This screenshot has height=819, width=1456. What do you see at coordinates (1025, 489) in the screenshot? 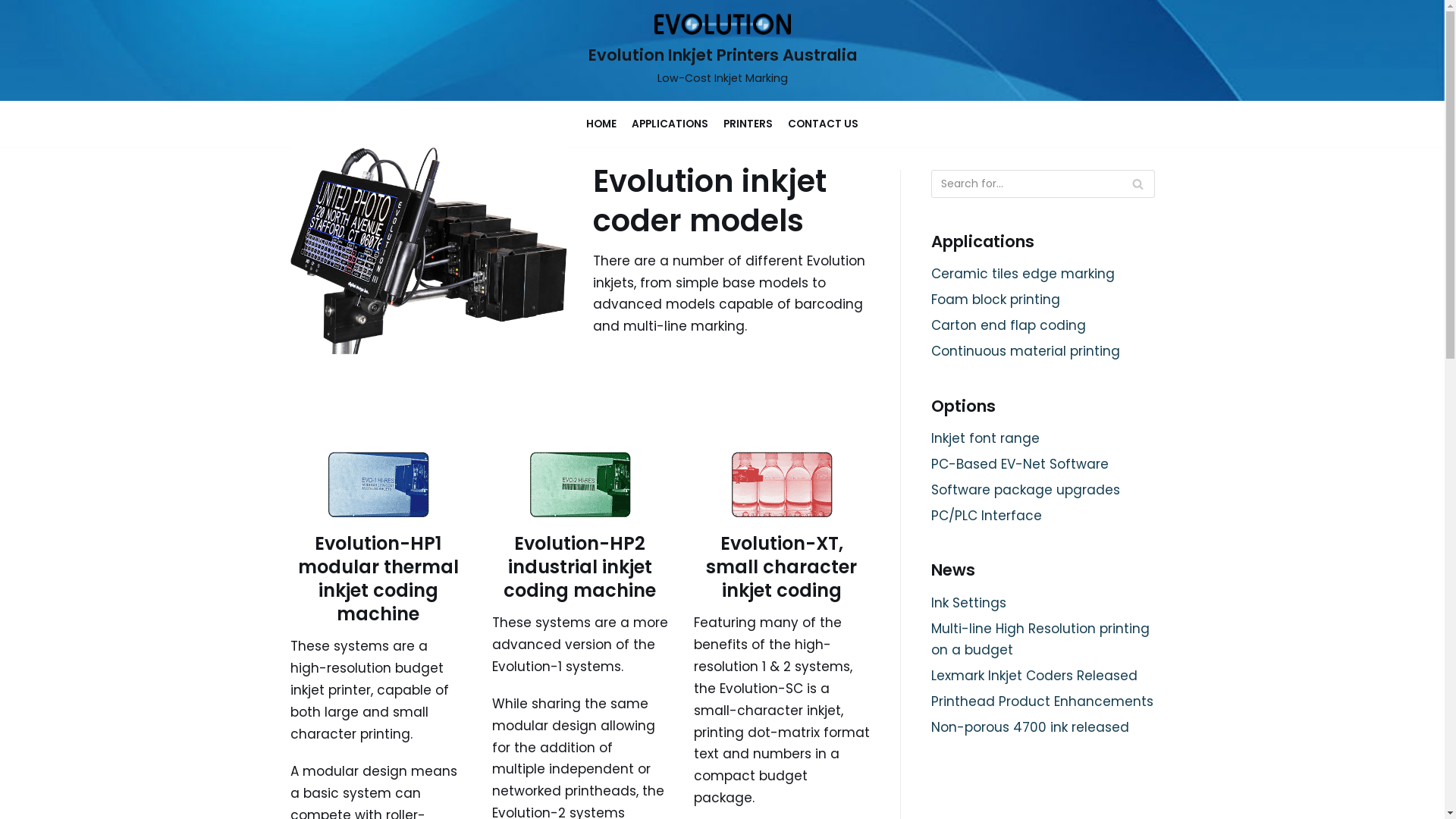
I see `'Software package upgrades'` at bounding box center [1025, 489].